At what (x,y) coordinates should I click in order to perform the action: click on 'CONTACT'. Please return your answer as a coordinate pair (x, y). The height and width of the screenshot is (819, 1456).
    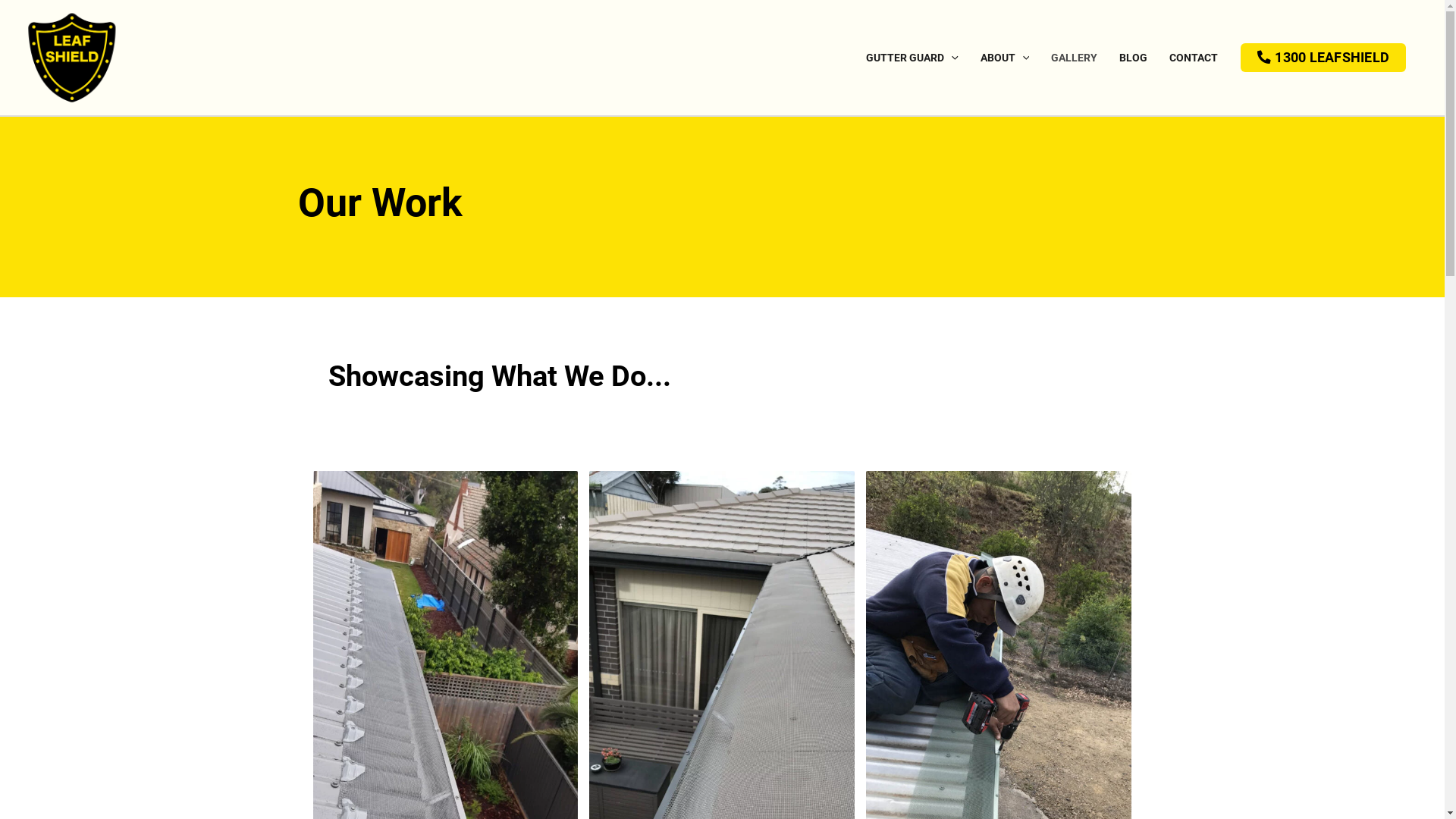
    Looking at the image, I should click on (1192, 58).